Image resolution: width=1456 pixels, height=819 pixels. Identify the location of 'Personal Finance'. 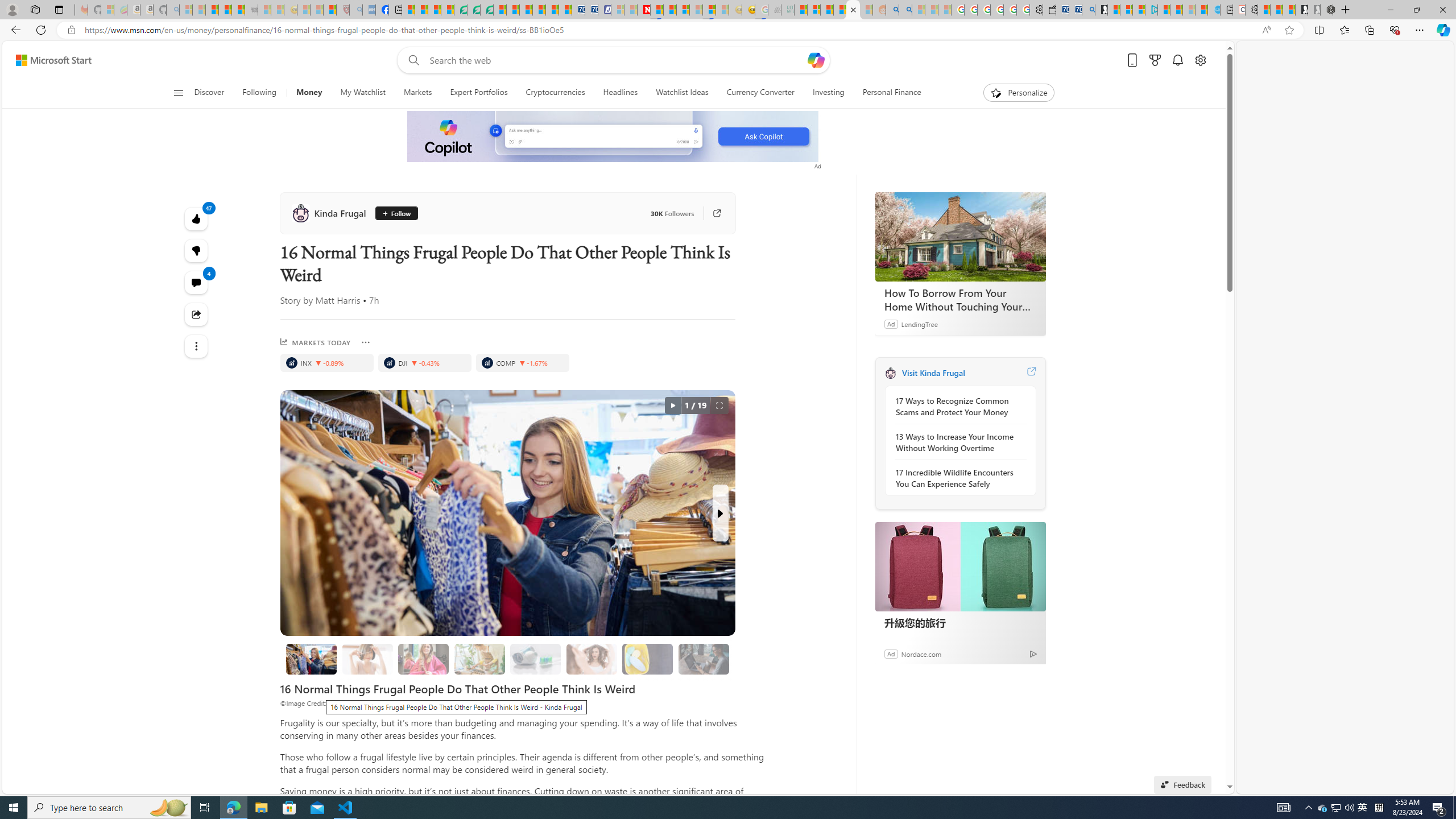
(892, 92).